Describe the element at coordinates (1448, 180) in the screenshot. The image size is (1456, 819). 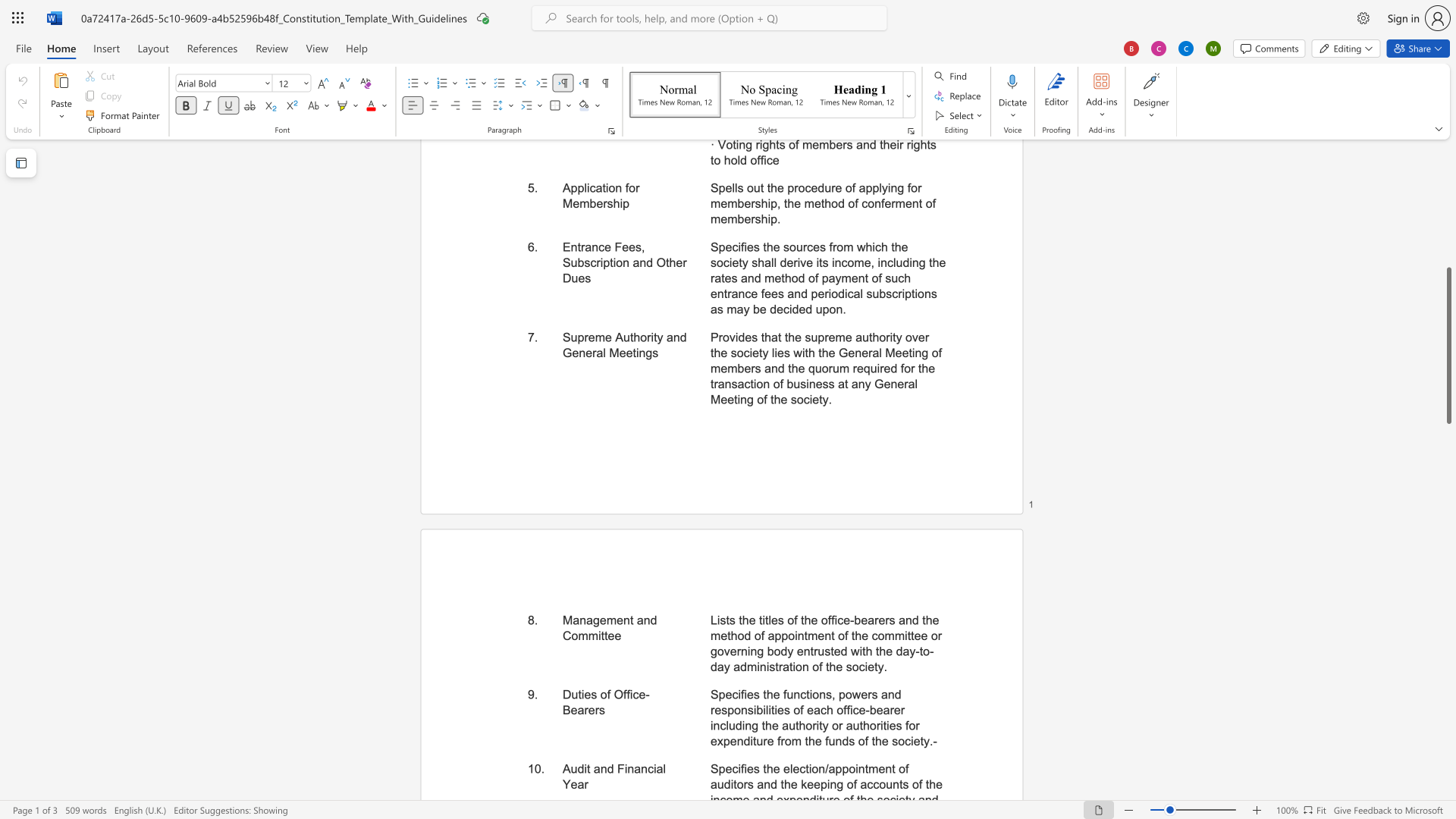
I see `the scrollbar to move the view up` at that location.